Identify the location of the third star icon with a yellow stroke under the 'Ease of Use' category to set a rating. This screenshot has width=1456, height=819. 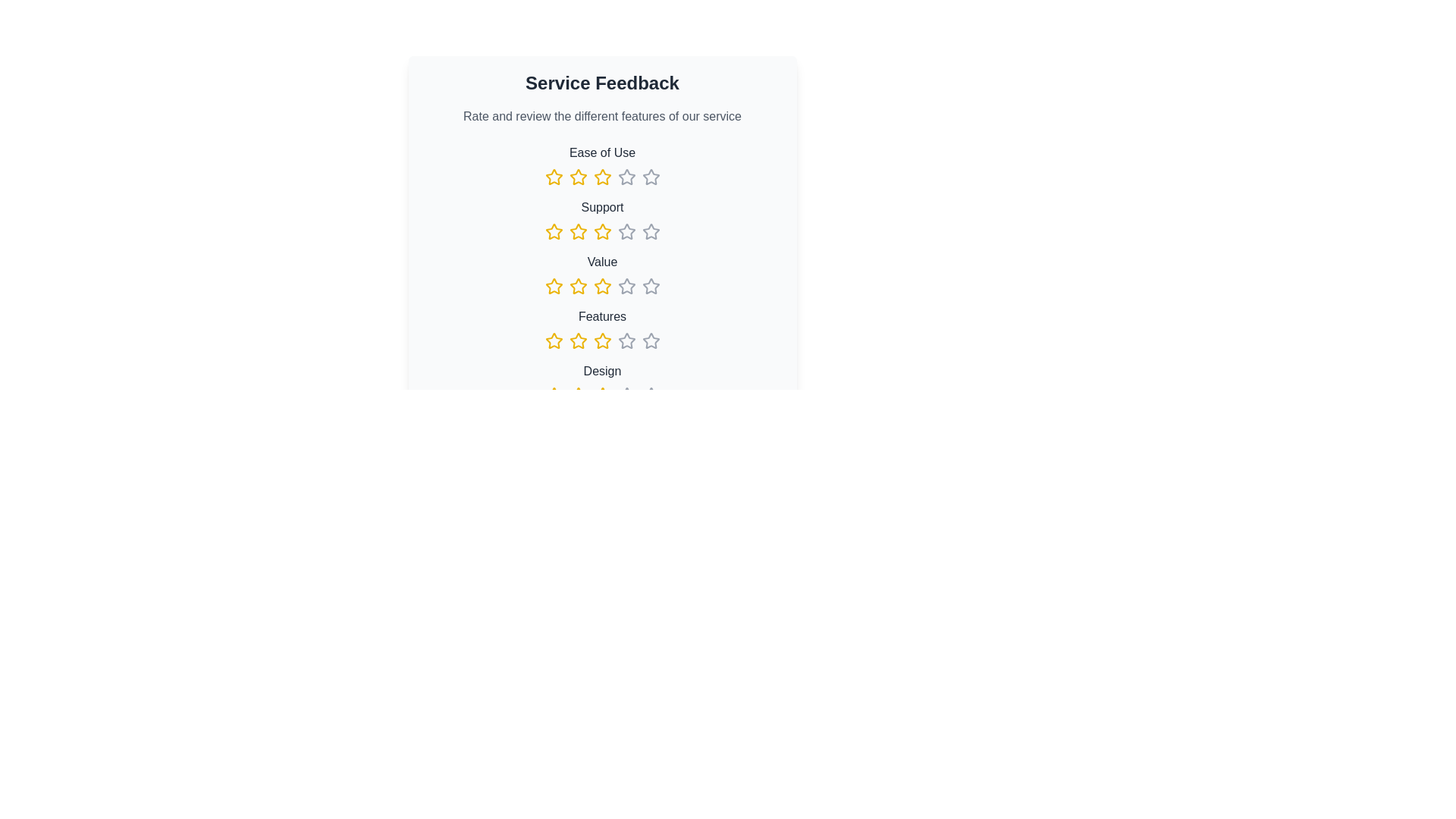
(577, 177).